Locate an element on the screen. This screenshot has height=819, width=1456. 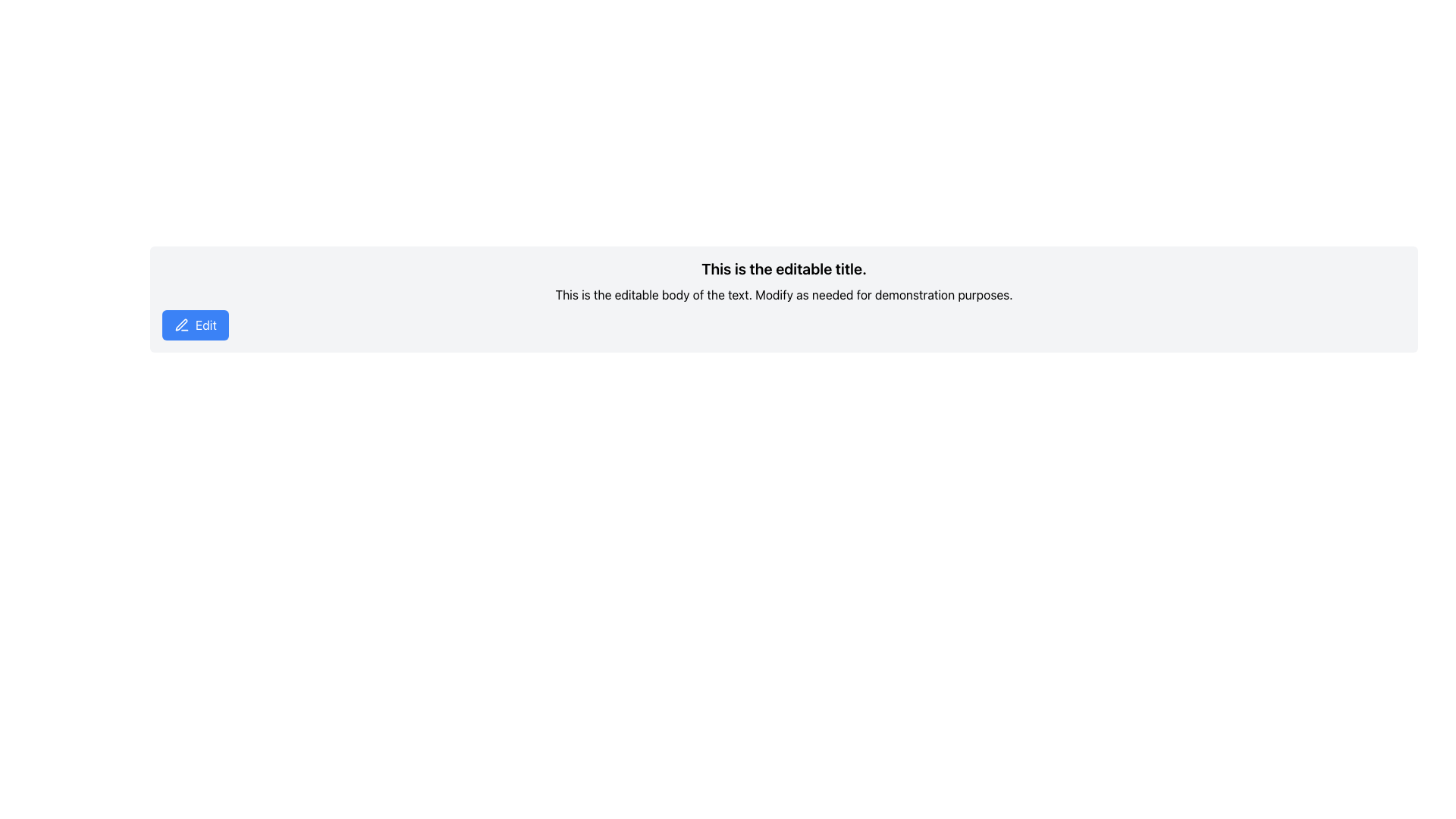
the button with a blue background and rounded corners labeled 'Edit' is located at coordinates (194, 324).